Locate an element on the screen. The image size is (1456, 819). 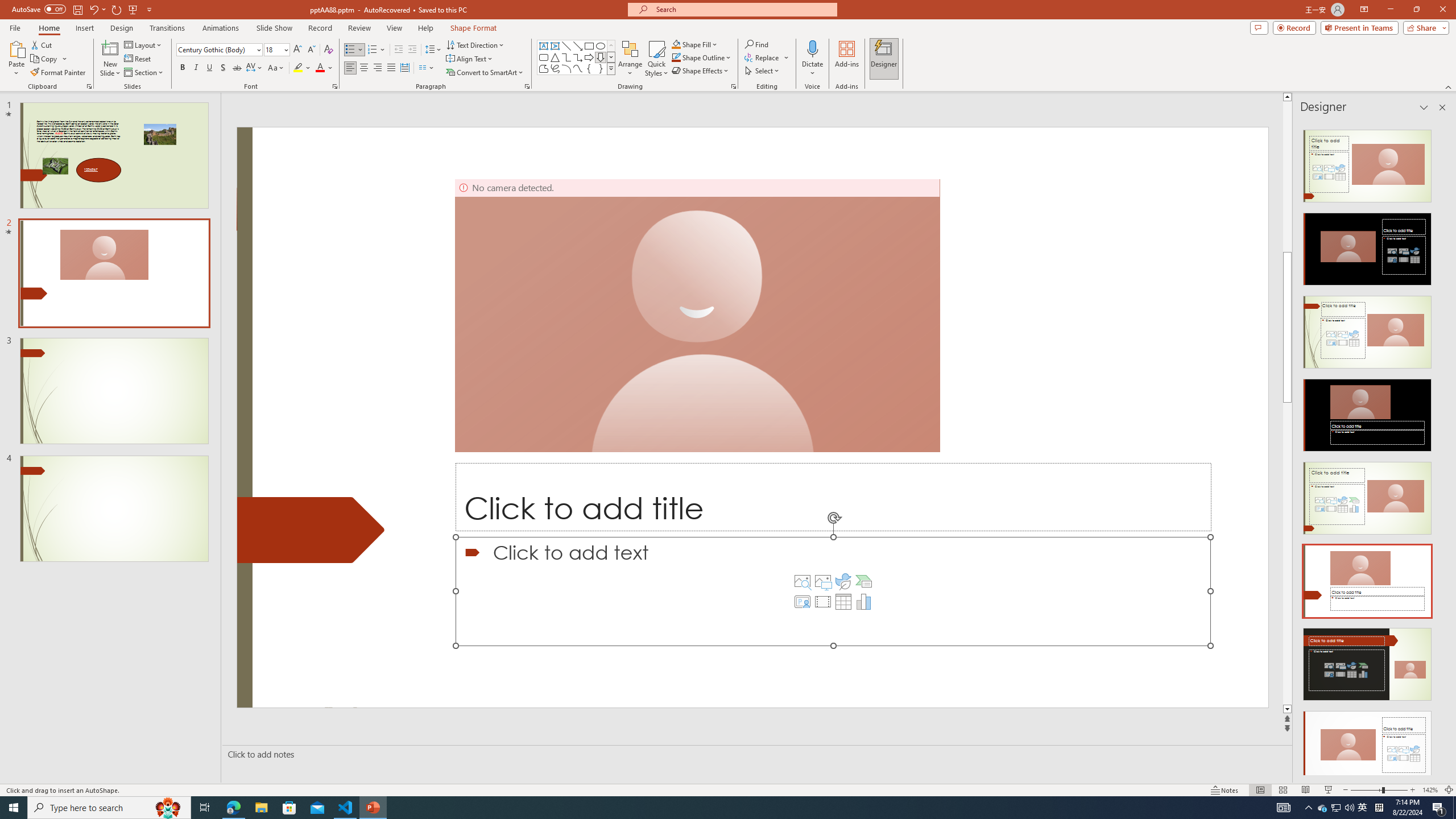
'Quick Access Toolbar' is located at coordinates (82, 9).